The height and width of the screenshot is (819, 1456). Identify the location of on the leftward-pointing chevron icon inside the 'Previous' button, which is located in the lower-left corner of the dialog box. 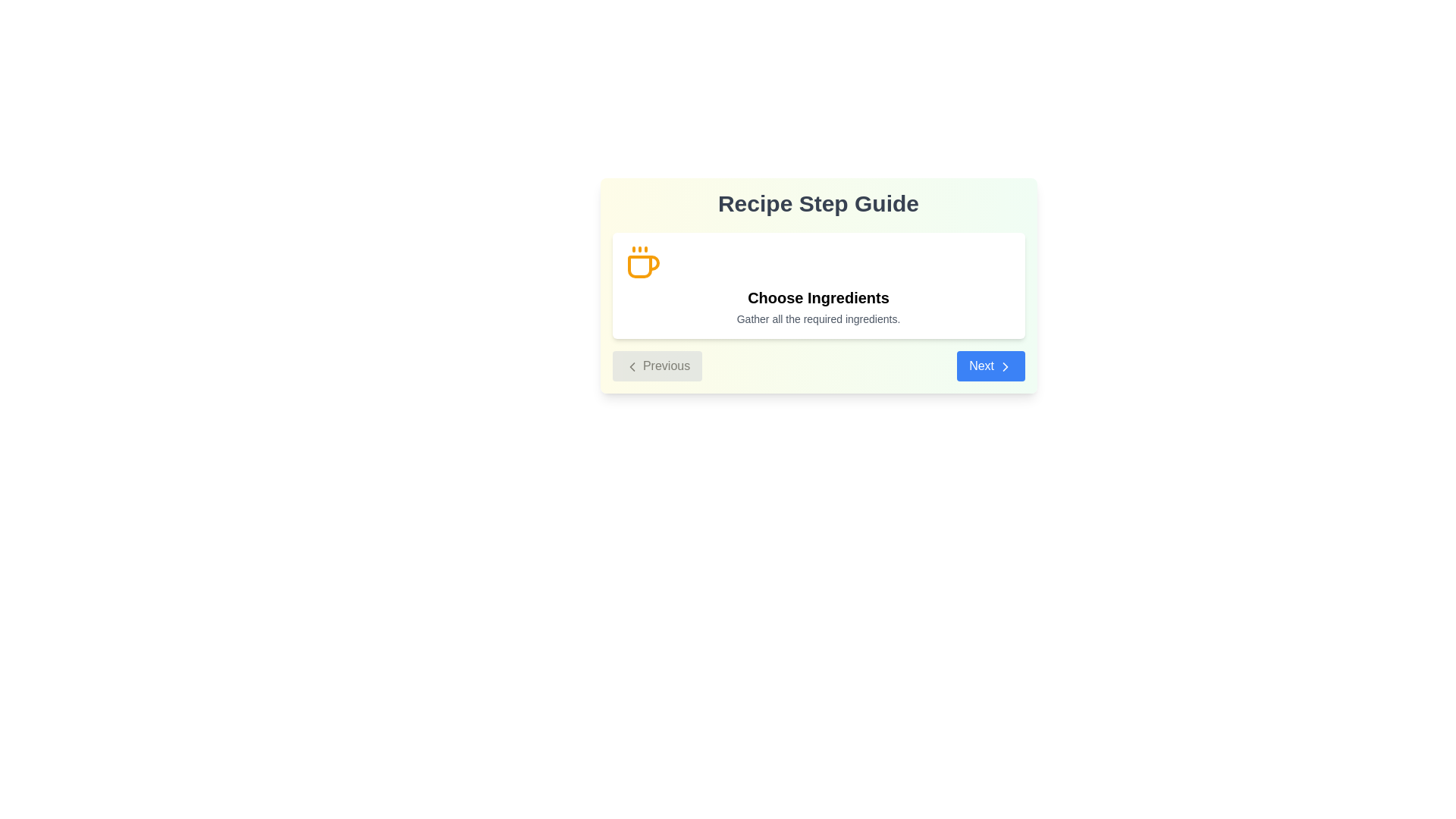
(632, 366).